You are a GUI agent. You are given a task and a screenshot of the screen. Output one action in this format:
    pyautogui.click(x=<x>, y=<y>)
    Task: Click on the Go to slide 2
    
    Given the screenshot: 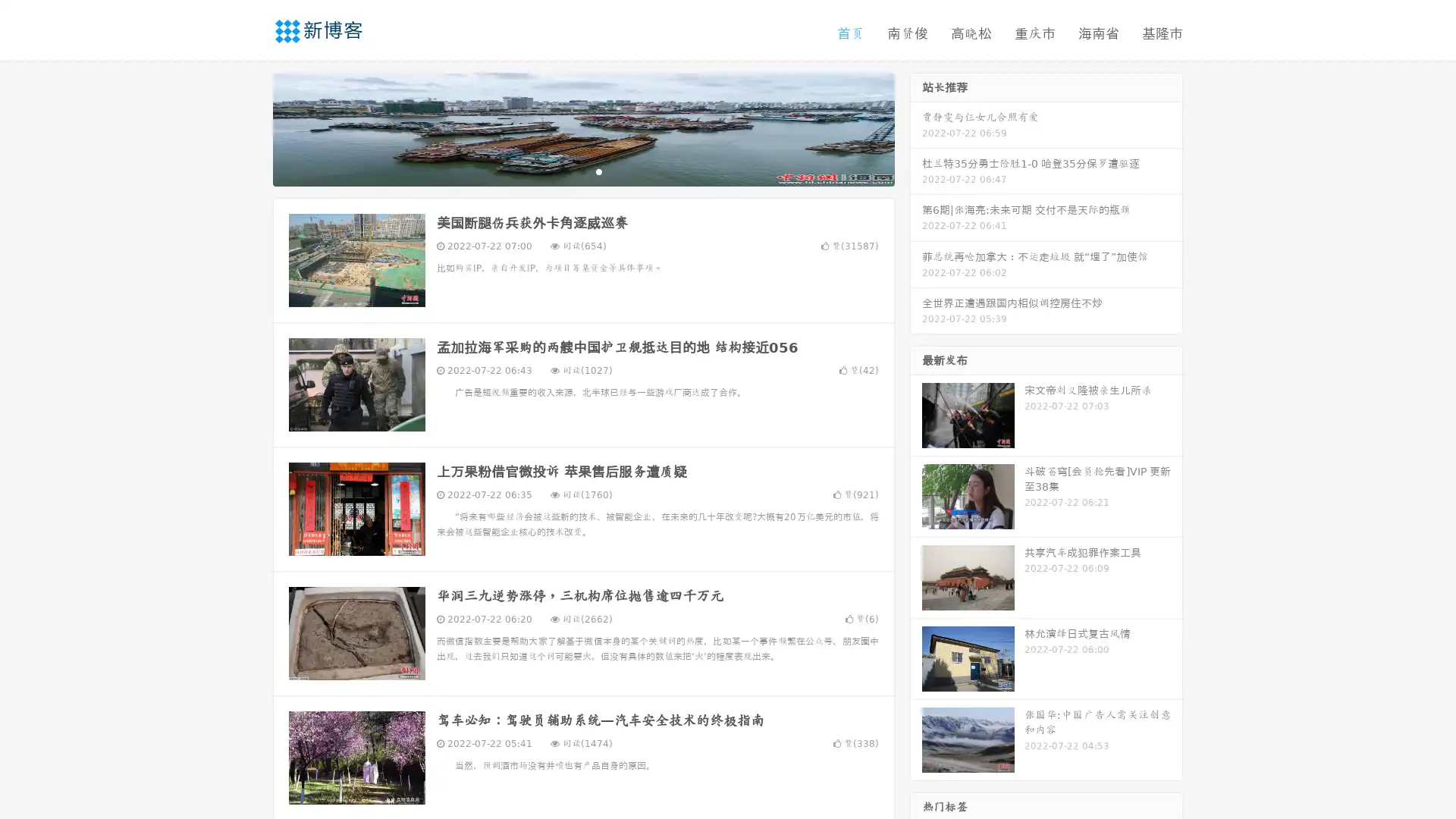 What is the action you would take?
    pyautogui.click(x=582, y=171)
    